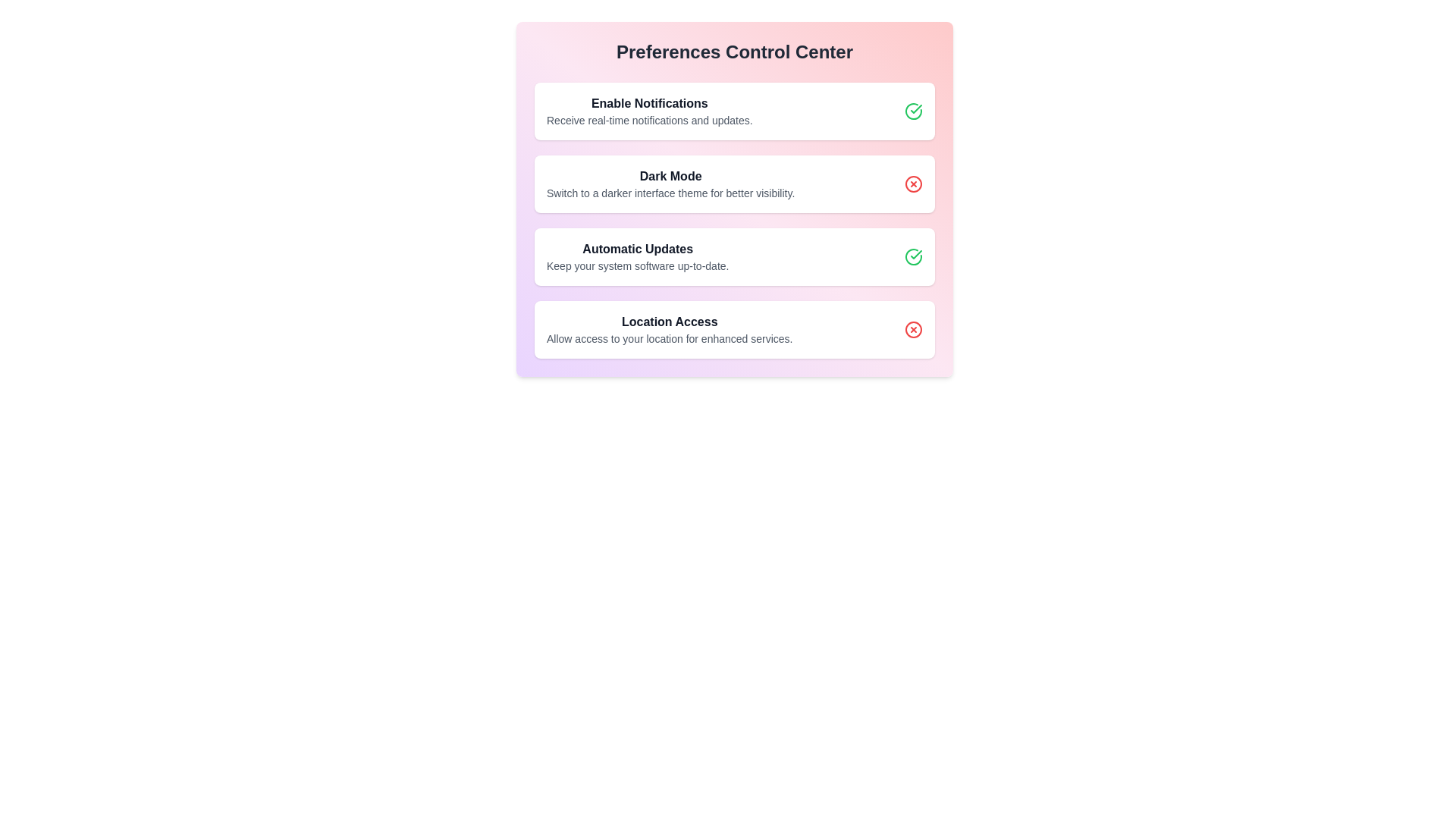 The image size is (1456, 819). What do you see at coordinates (735, 110) in the screenshot?
I see `text from the informational card titled 'Enable Notifications' located in the Preferences Control Center, which contains a green checkmark icon and provides details about receiving notifications` at bounding box center [735, 110].